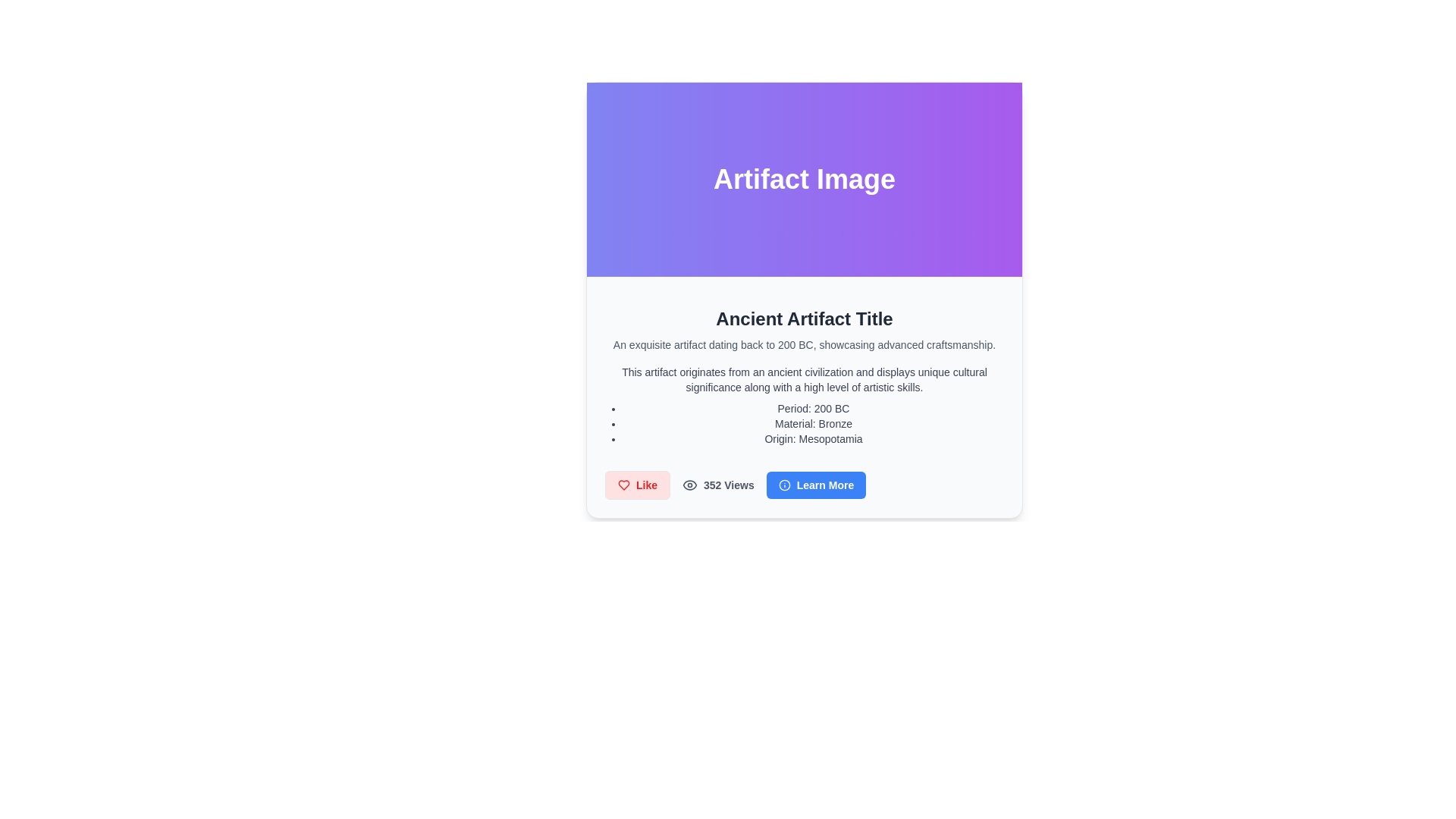 This screenshot has width=1456, height=819. I want to click on the static text element providing a brief description of the artifact, located directly beneath the title 'Ancient Artifact Title', so click(803, 345).